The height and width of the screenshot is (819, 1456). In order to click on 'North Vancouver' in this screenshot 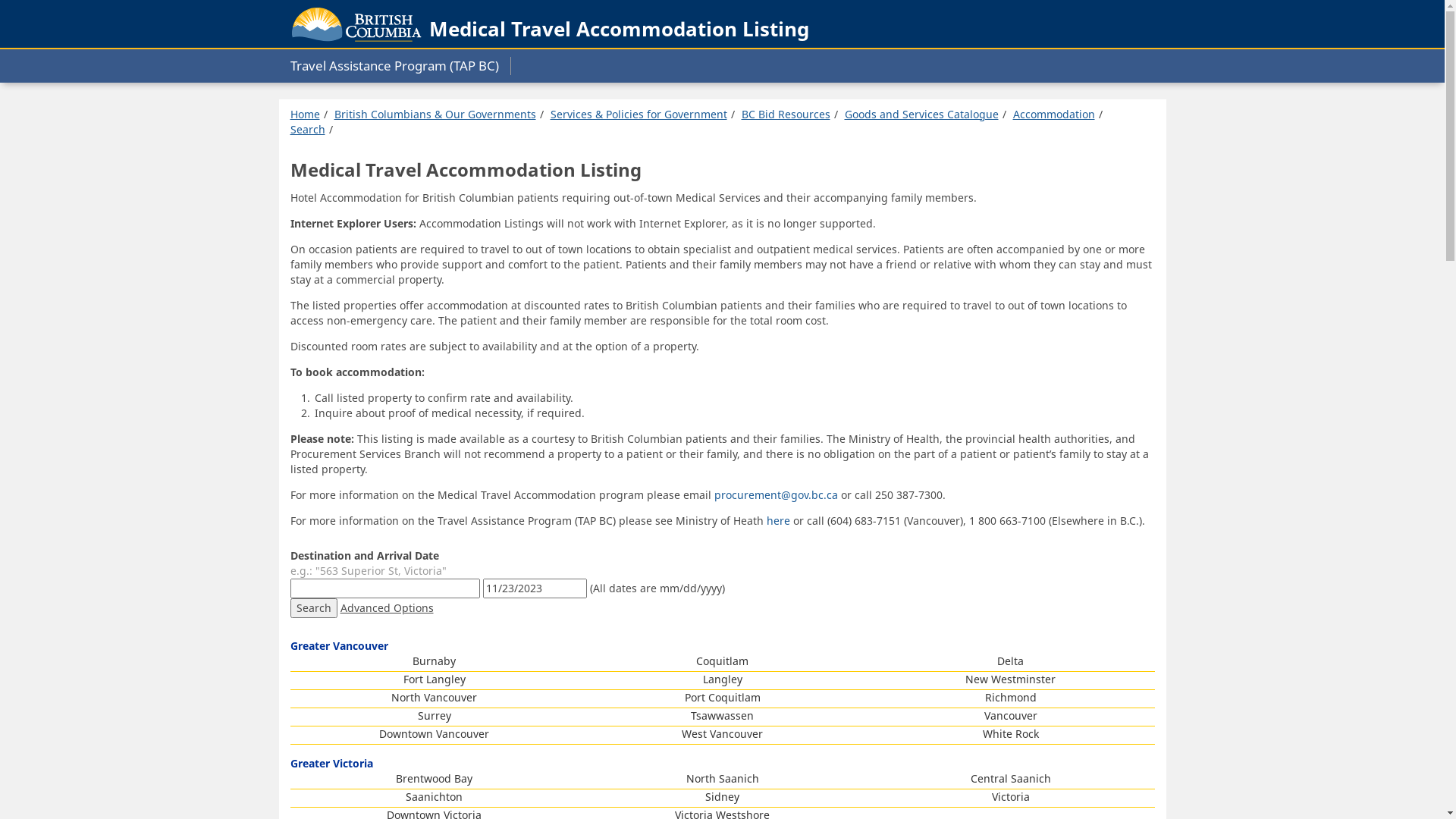, I will do `click(433, 697)`.